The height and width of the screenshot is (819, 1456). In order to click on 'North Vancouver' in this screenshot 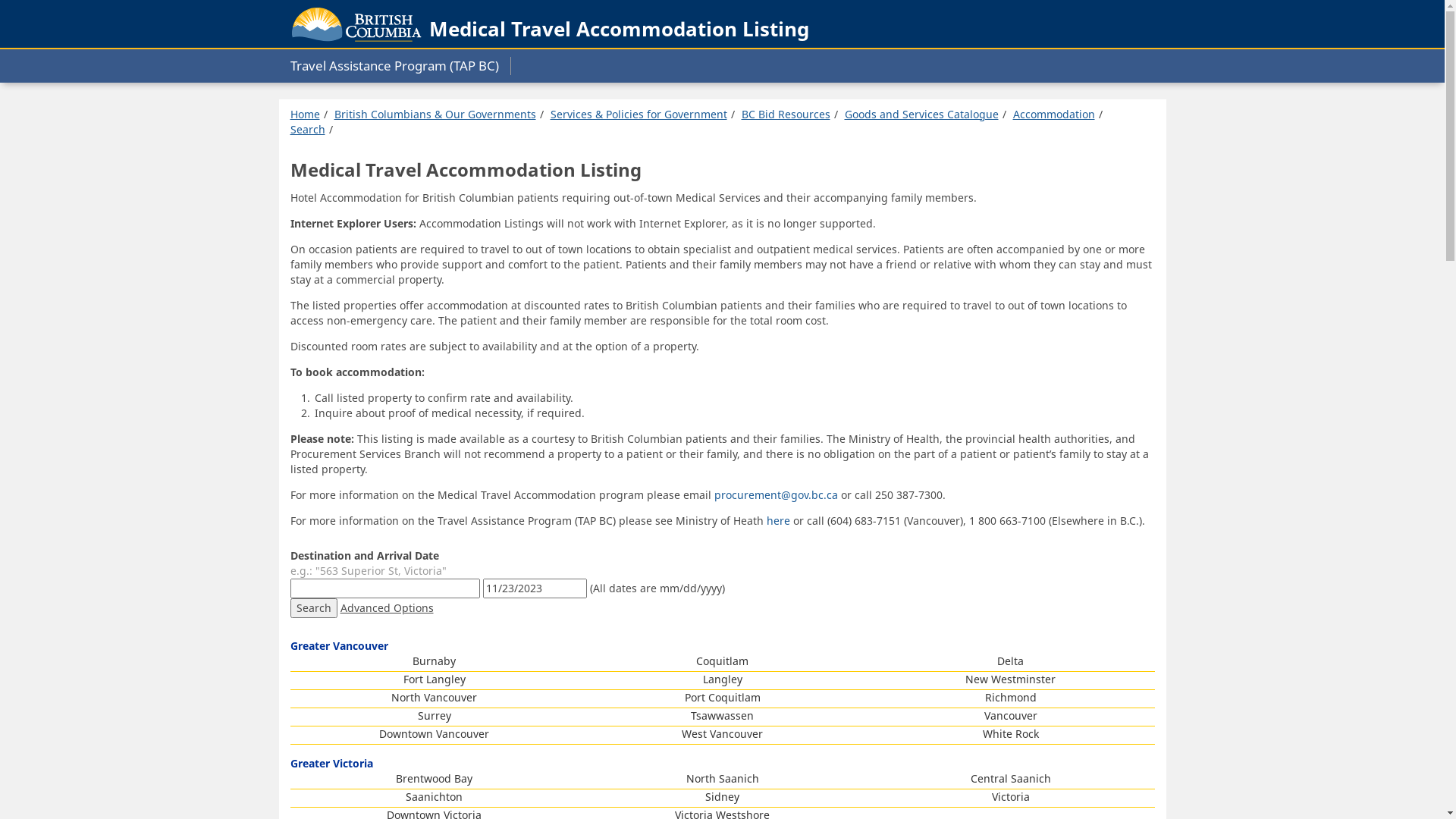, I will do `click(433, 697)`.